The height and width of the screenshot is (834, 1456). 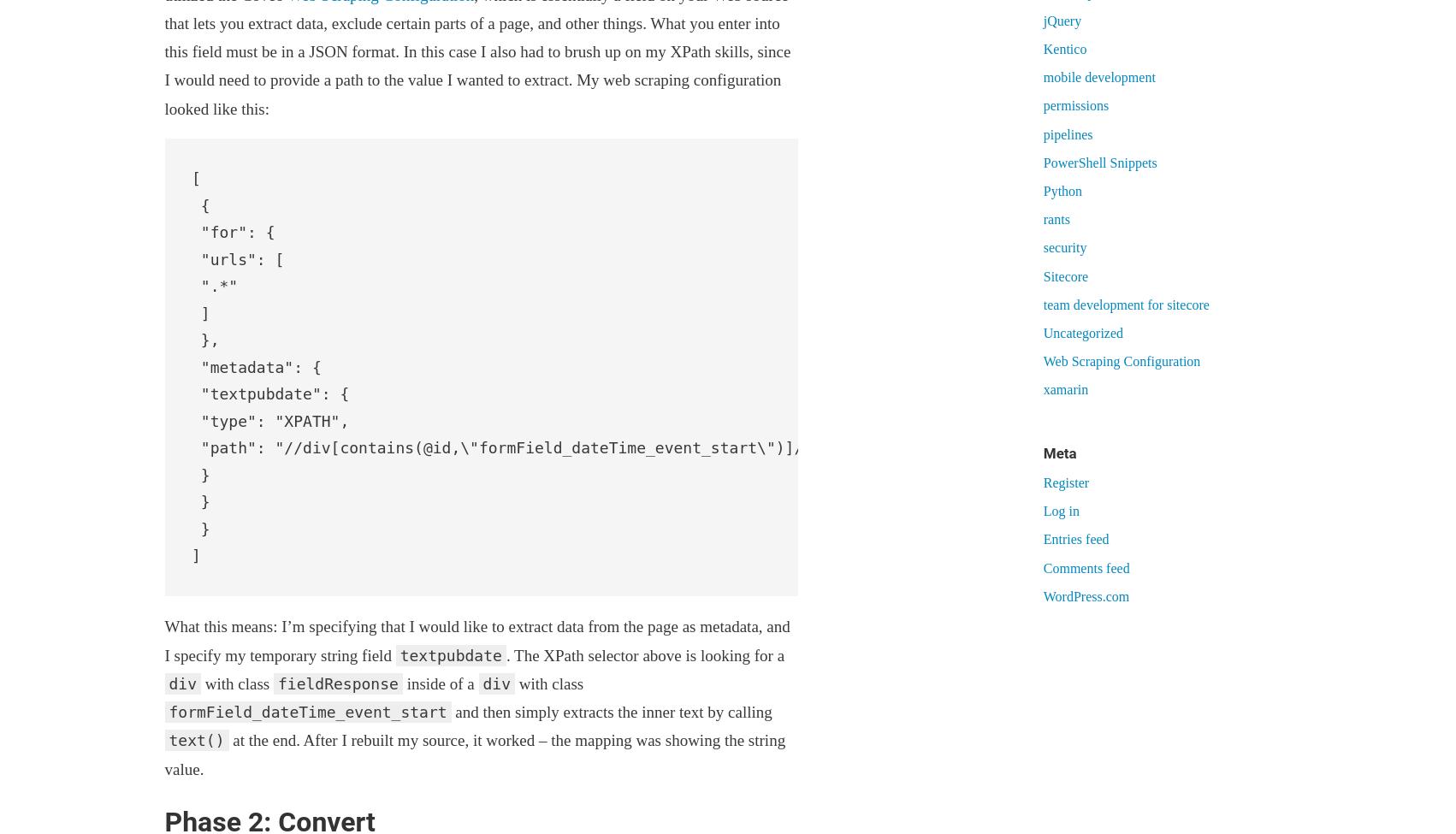 I want to click on 'Register', so click(x=1066, y=482).